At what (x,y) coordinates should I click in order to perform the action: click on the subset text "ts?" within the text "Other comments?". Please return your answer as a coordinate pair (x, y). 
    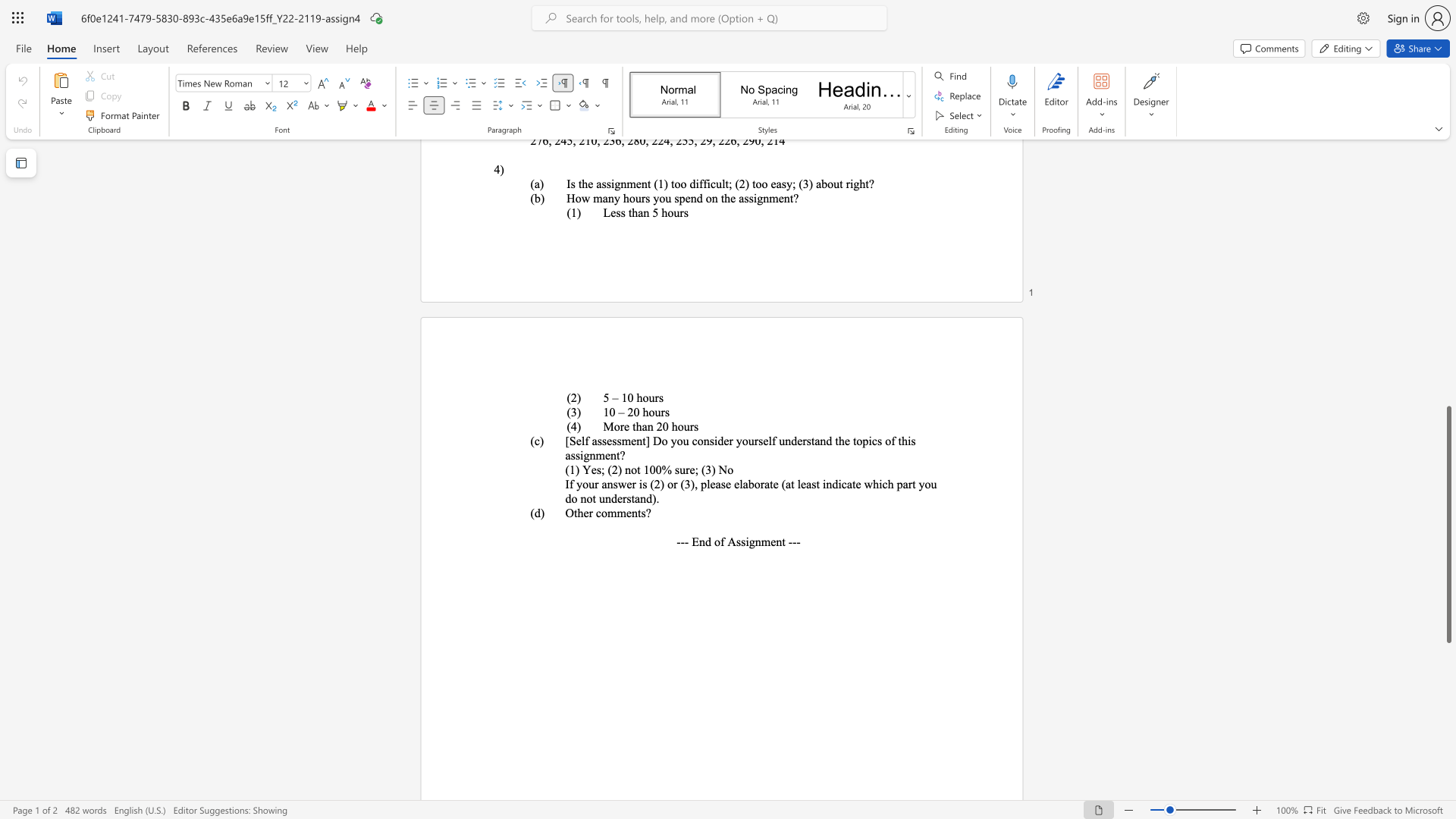
    Looking at the image, I should click on (637, 512).